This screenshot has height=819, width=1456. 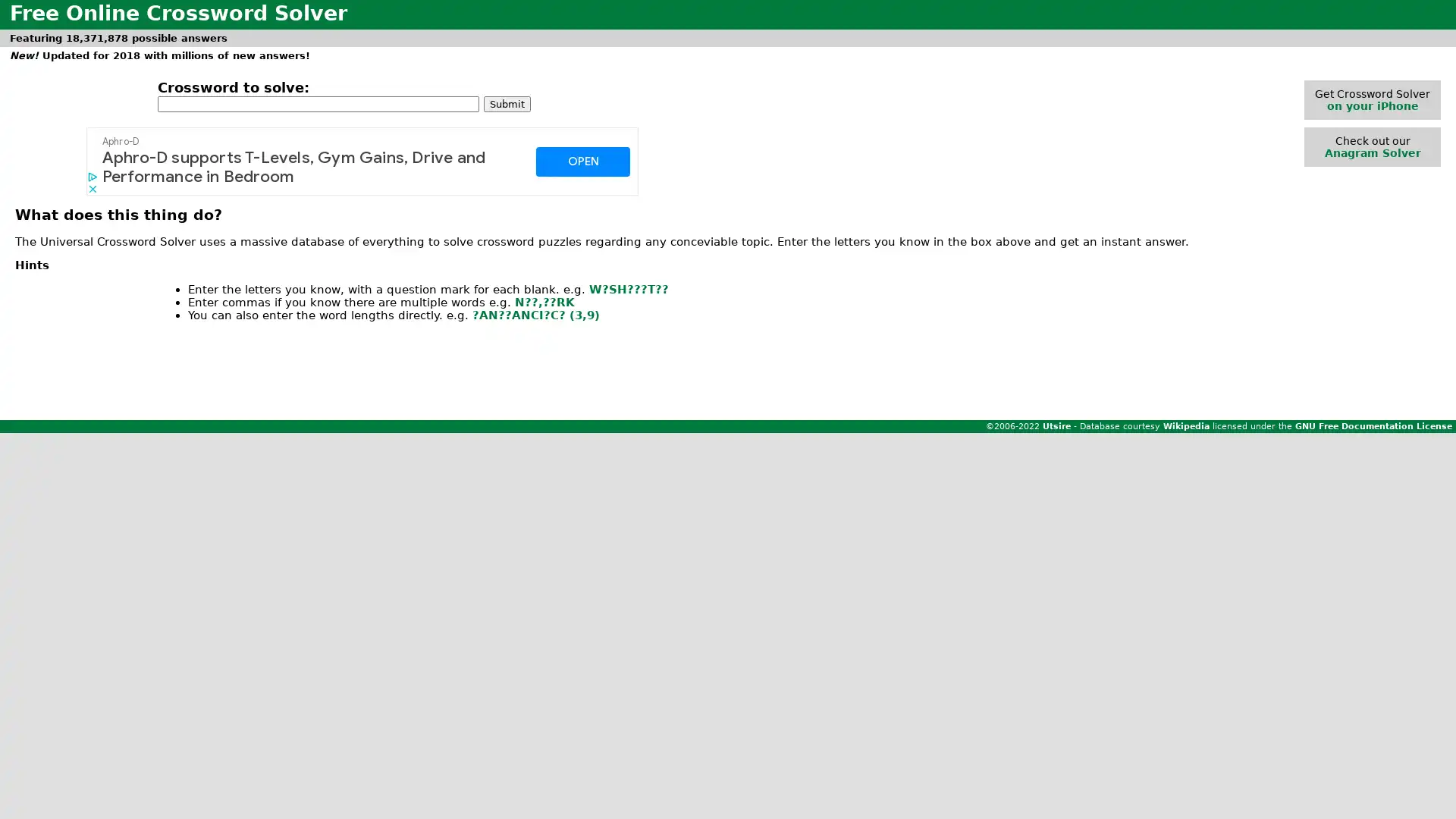 What do you see at coordinates (507, 102) in the screenshot?
I see `Submit` at bounding box center [507, 102].